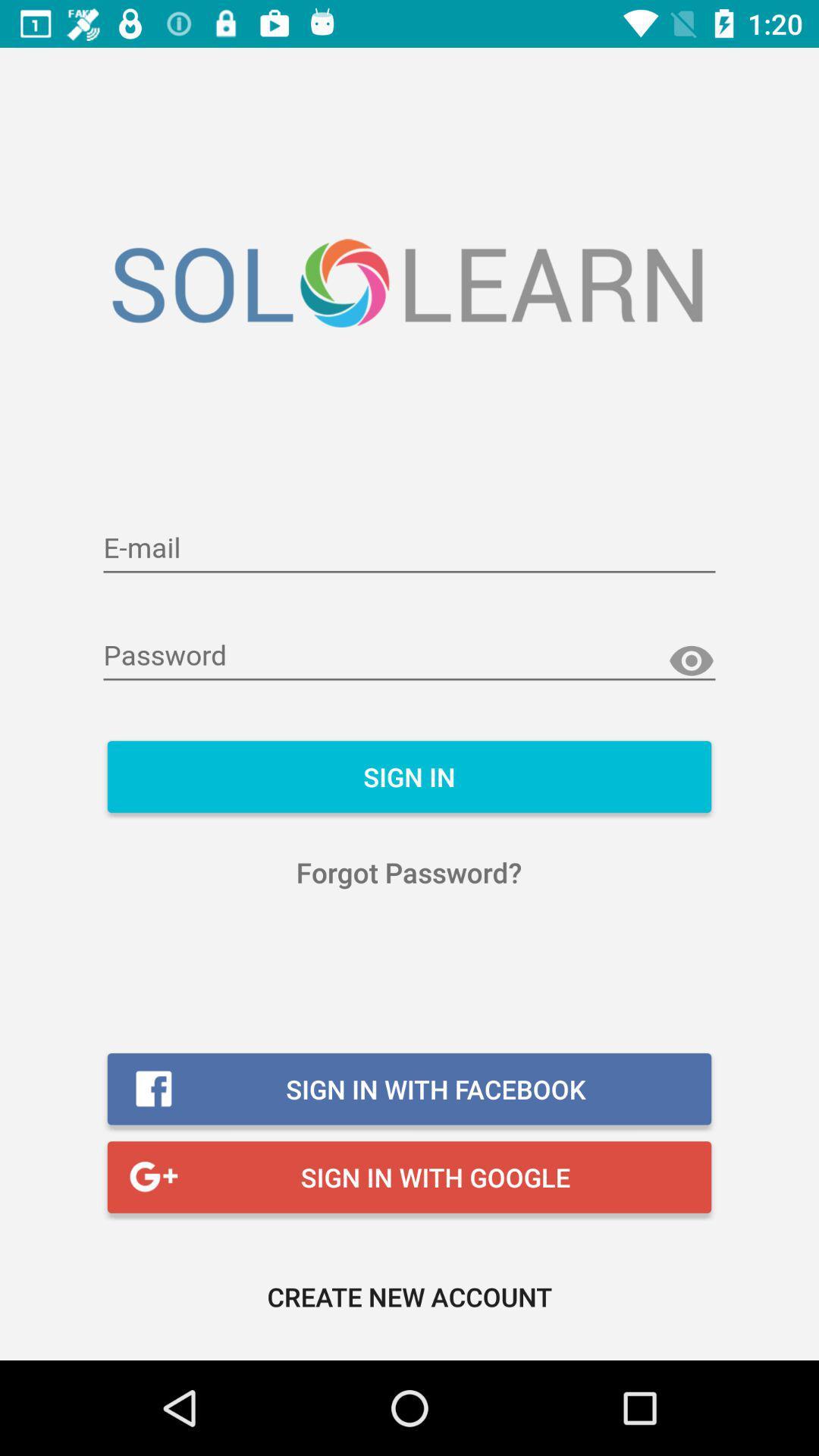 The height and width of the screenshot is (1456, 819). Describe the element at coordinates (409, 656) in the screenshot. I see `password` at that location.